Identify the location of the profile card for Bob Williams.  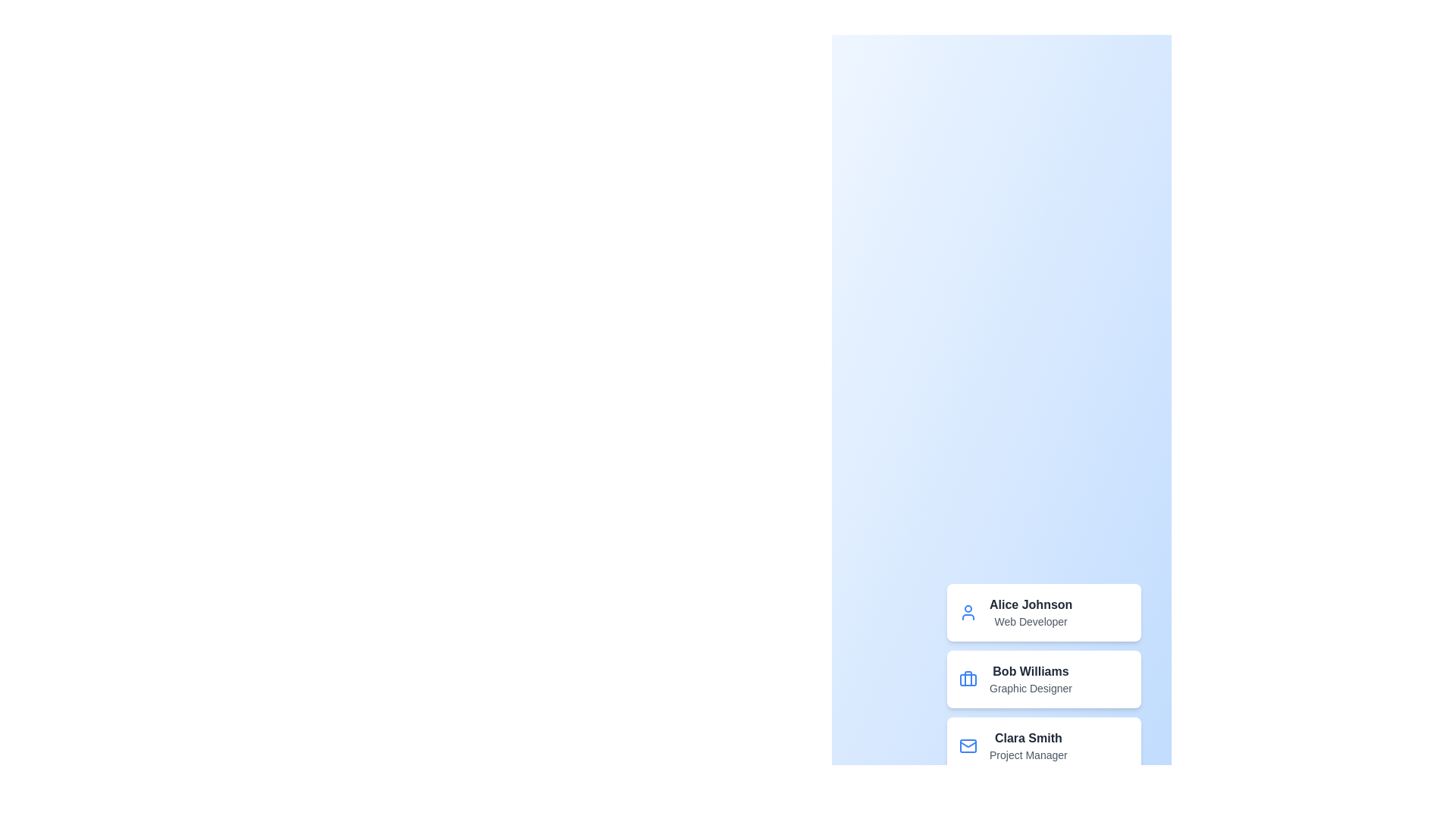
(1043, 678).